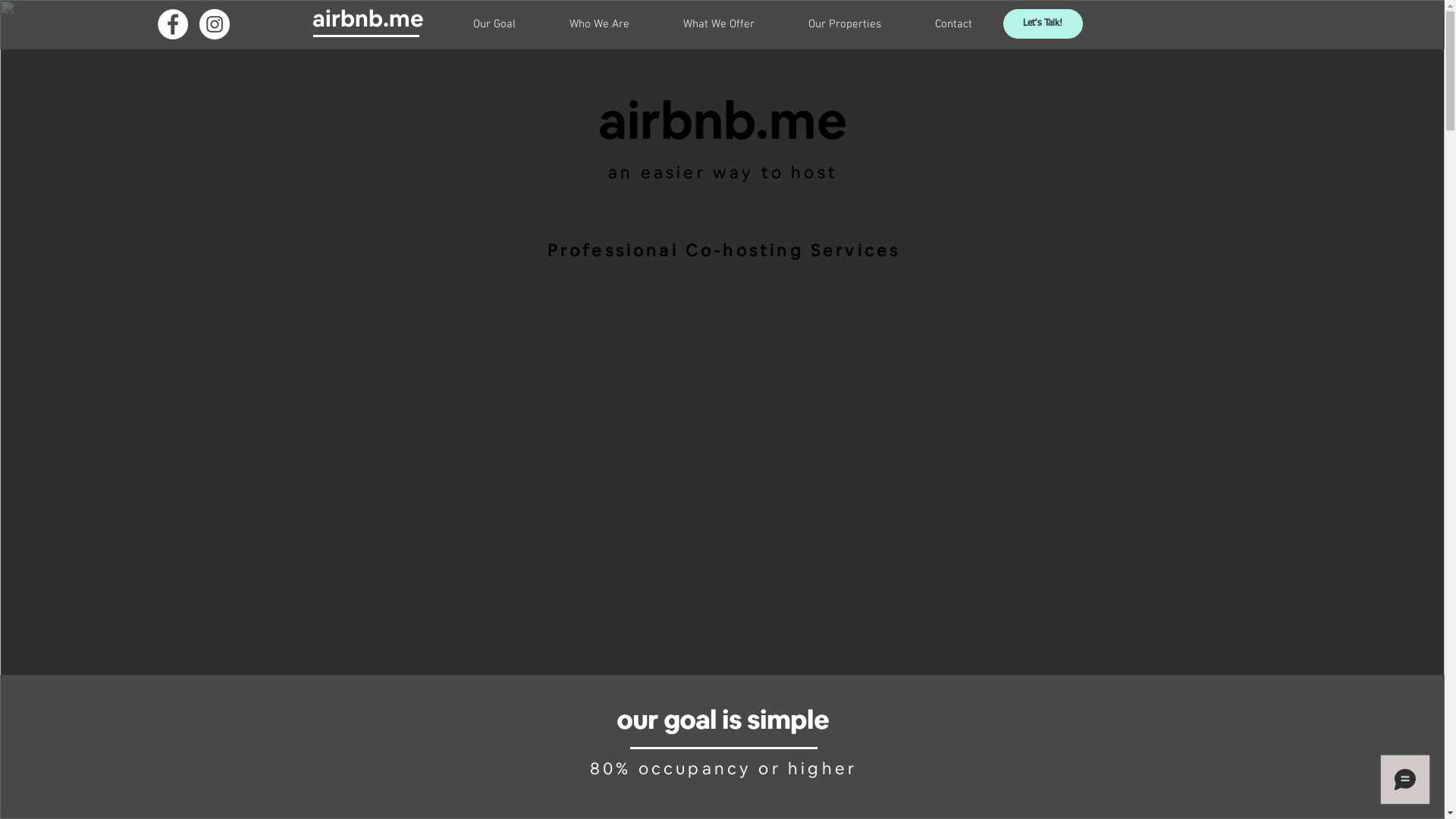 The width and height of the screenshot is (1456, 819). Describe the element at coordinates (952, 24) in the screenshot. I see `'Contact'` at that location.